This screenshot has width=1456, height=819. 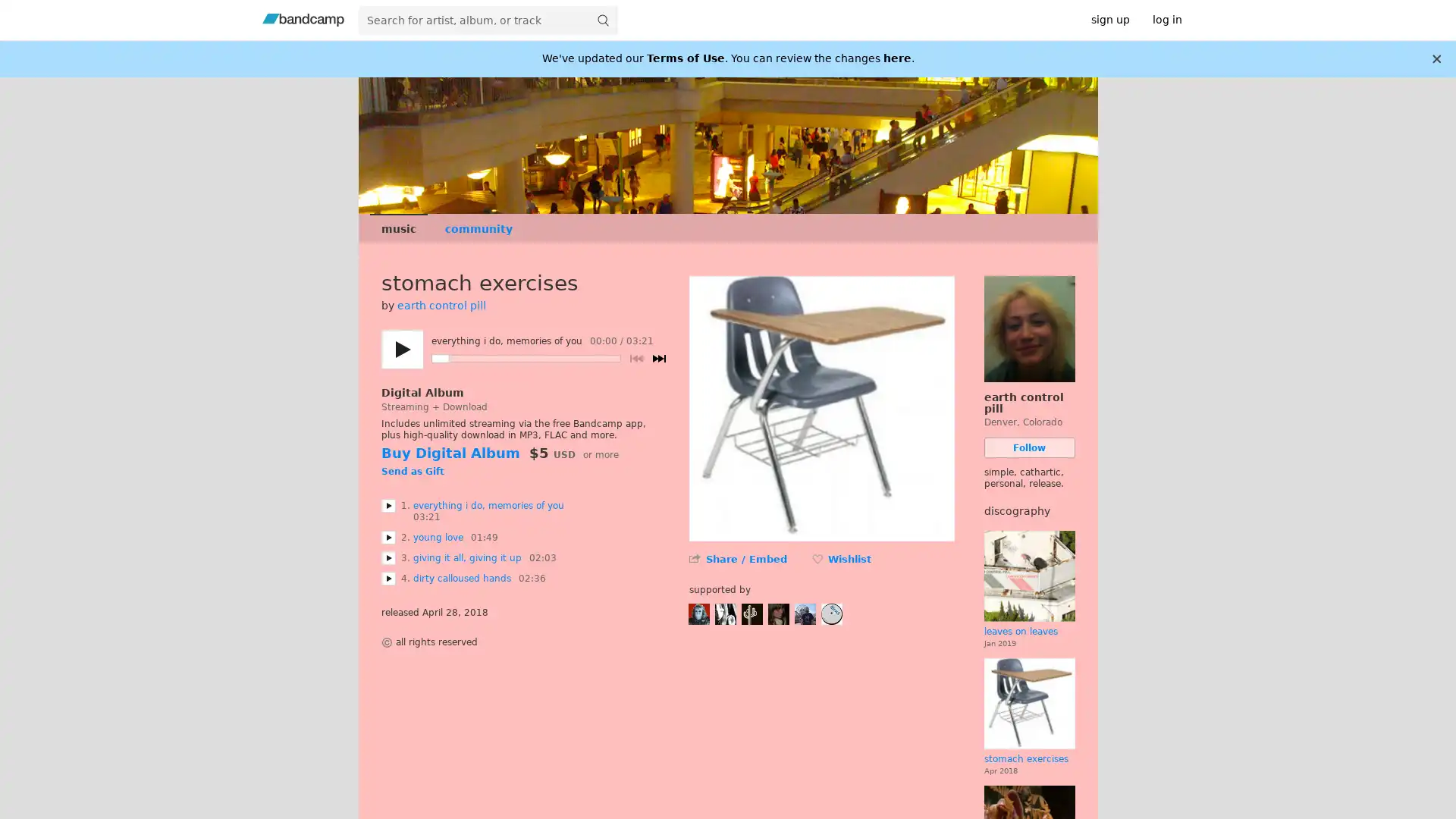 What do you see at coordinates (745, 559) in the screenshot?
I see `Share / Embed` at bounding box center [745, 559].